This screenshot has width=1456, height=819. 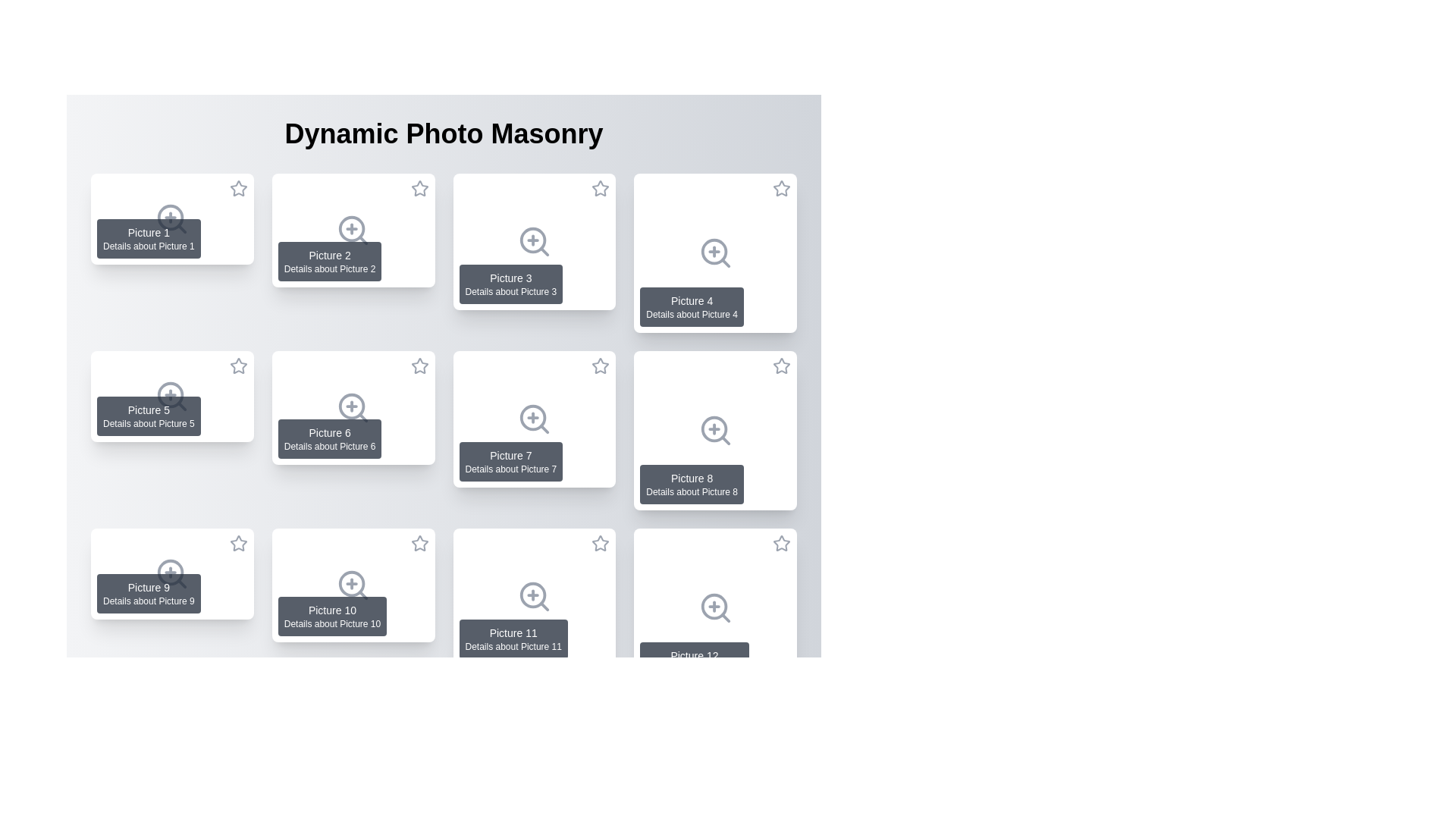 What do you see at coordinates (149, 409) in the screenshot?
I see `text label that identifies the fifth card as 'Picture 5', located at the top of the dark gray overlay in the bottom left corner of the card` at bounding box center [149, 409].